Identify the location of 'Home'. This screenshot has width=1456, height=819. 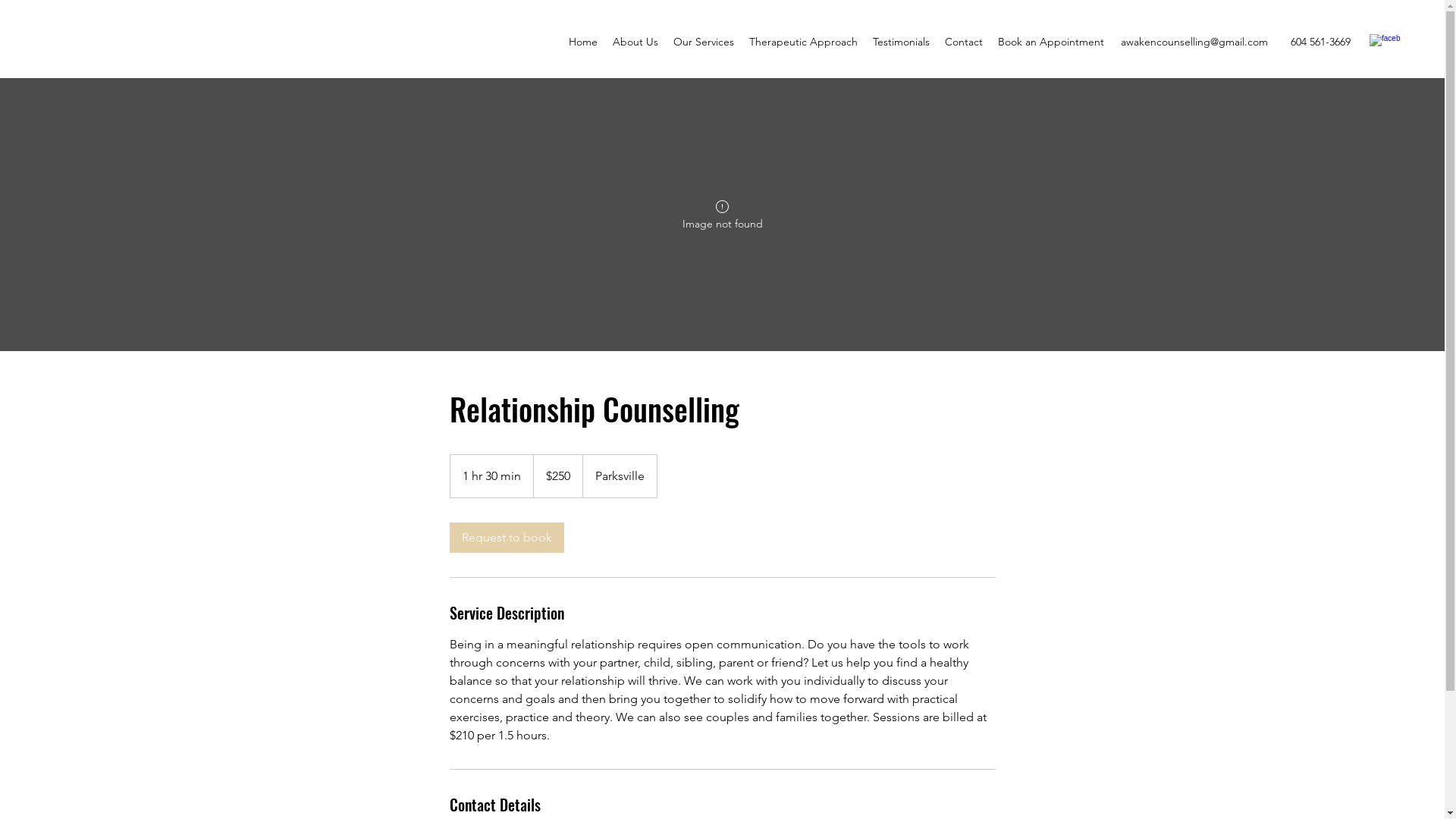
(582, 40).